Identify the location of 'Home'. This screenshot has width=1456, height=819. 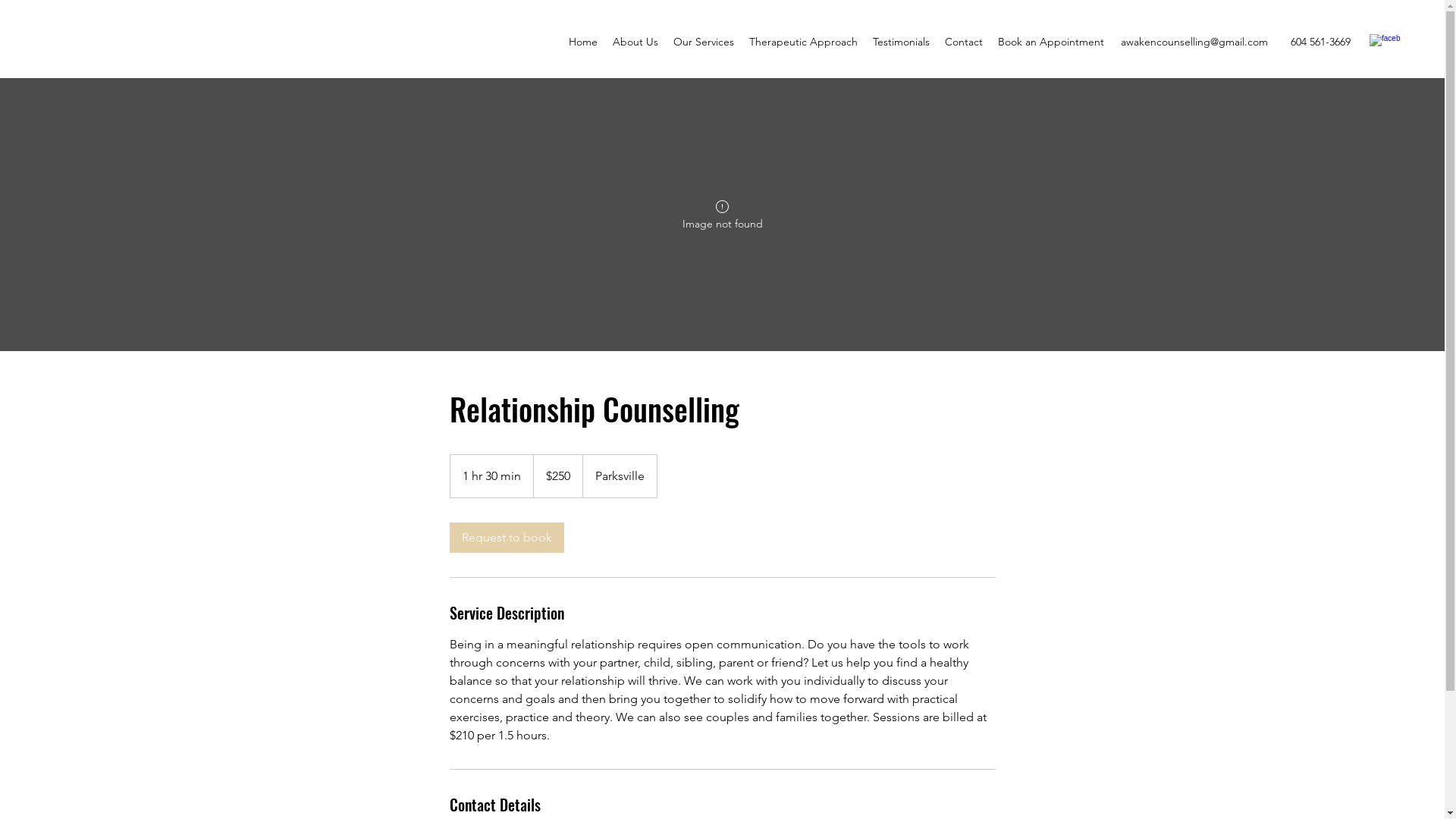
(582, 40).